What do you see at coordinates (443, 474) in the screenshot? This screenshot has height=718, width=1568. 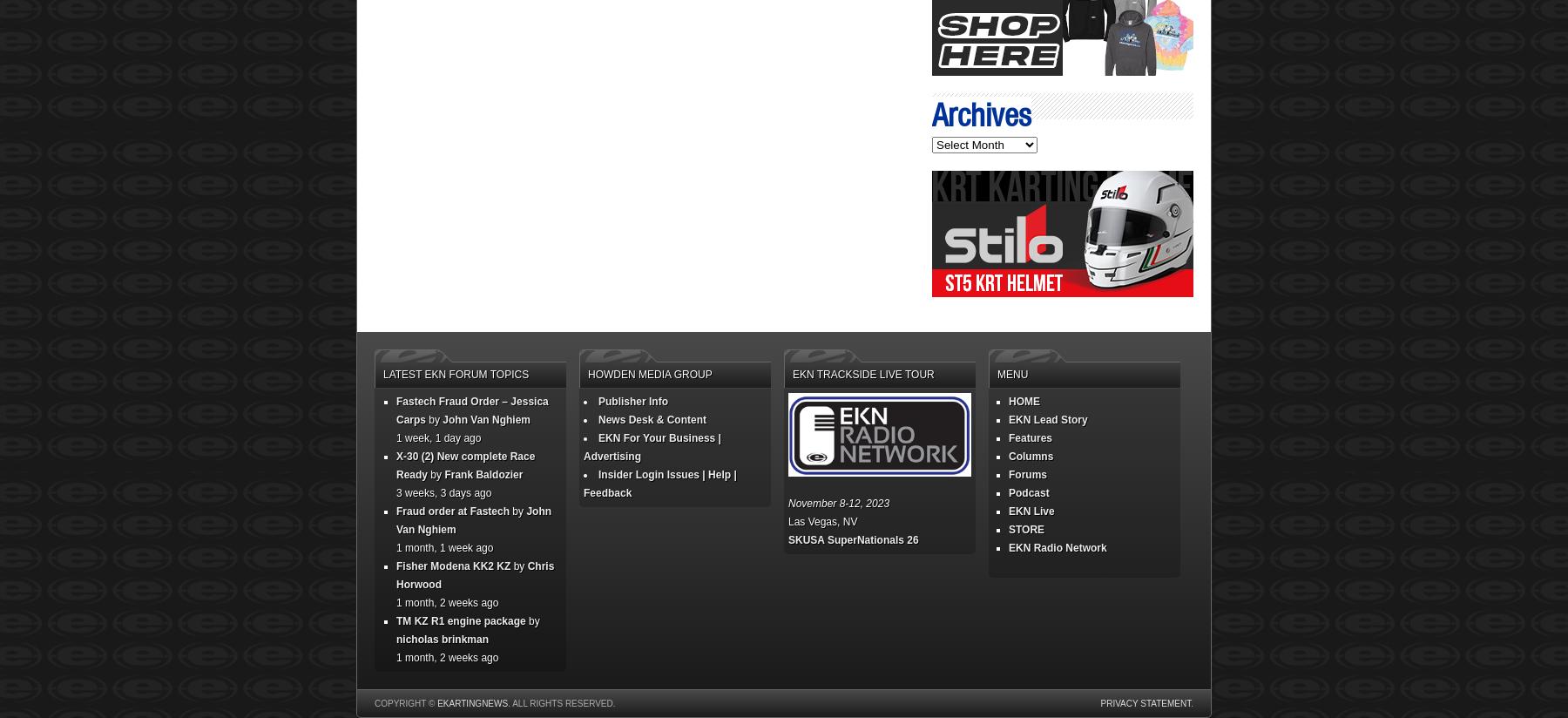 I see `'Frank Baldozier'` at bounding box center [443, 474].